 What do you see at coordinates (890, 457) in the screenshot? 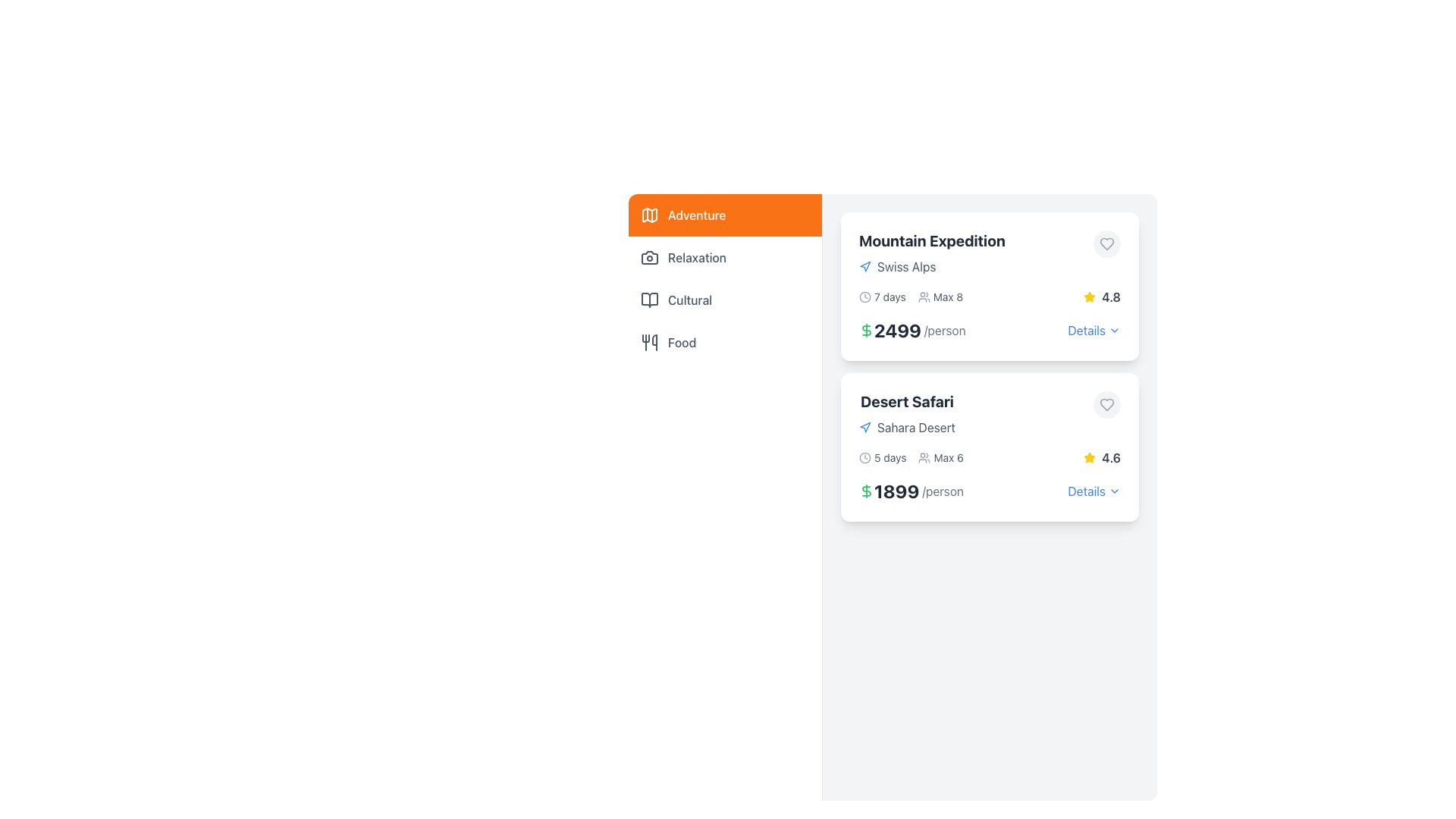
I see `the static text label that displays '5 days', which is located within the description section of the 'Desert Safari' card, near a clock icon` at bounding box center [890, 457].